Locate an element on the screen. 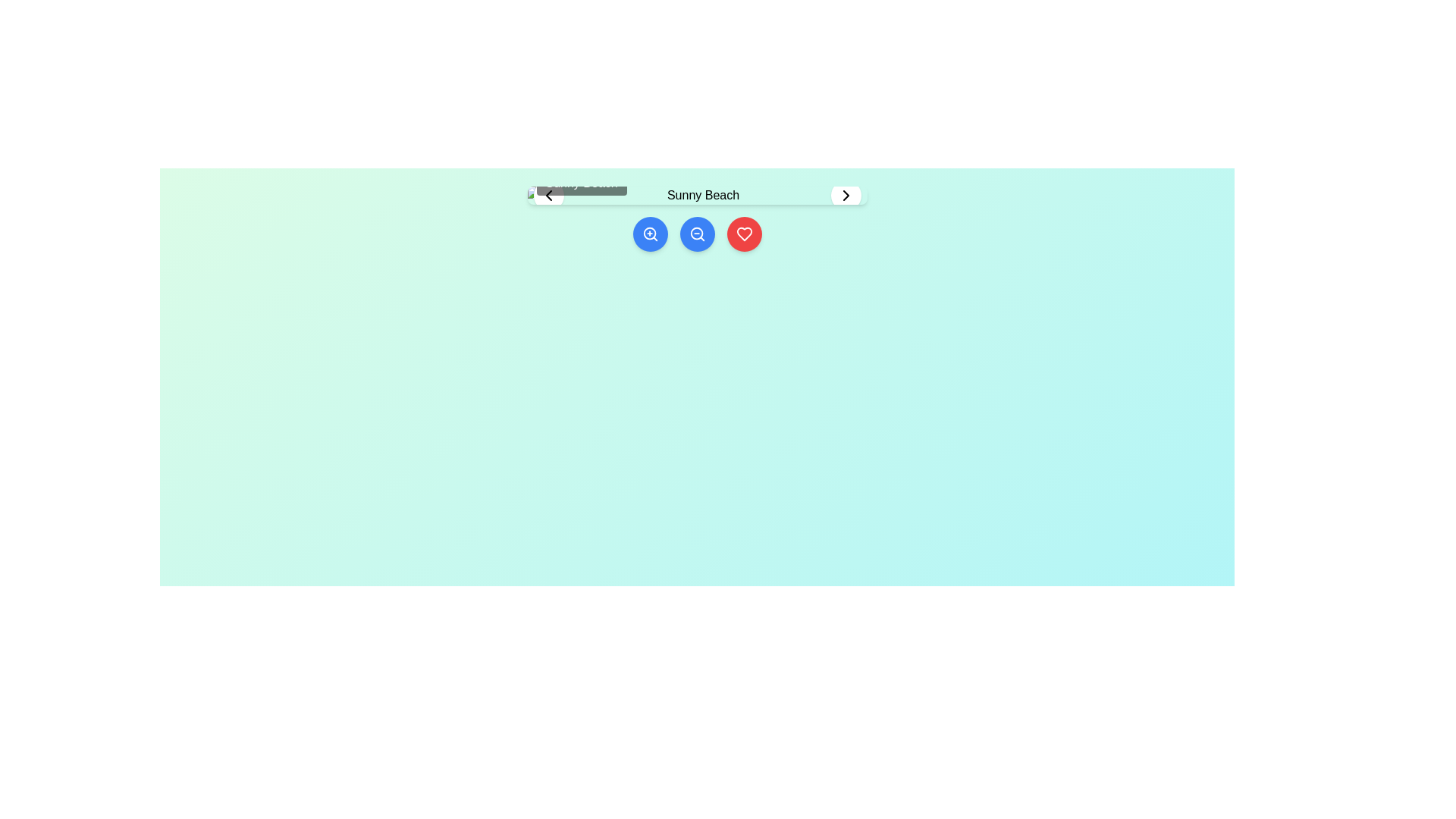  the red heart button located furthest right among three buttons below the 'Sunny Beach' label is located at coordinates (744, 234).